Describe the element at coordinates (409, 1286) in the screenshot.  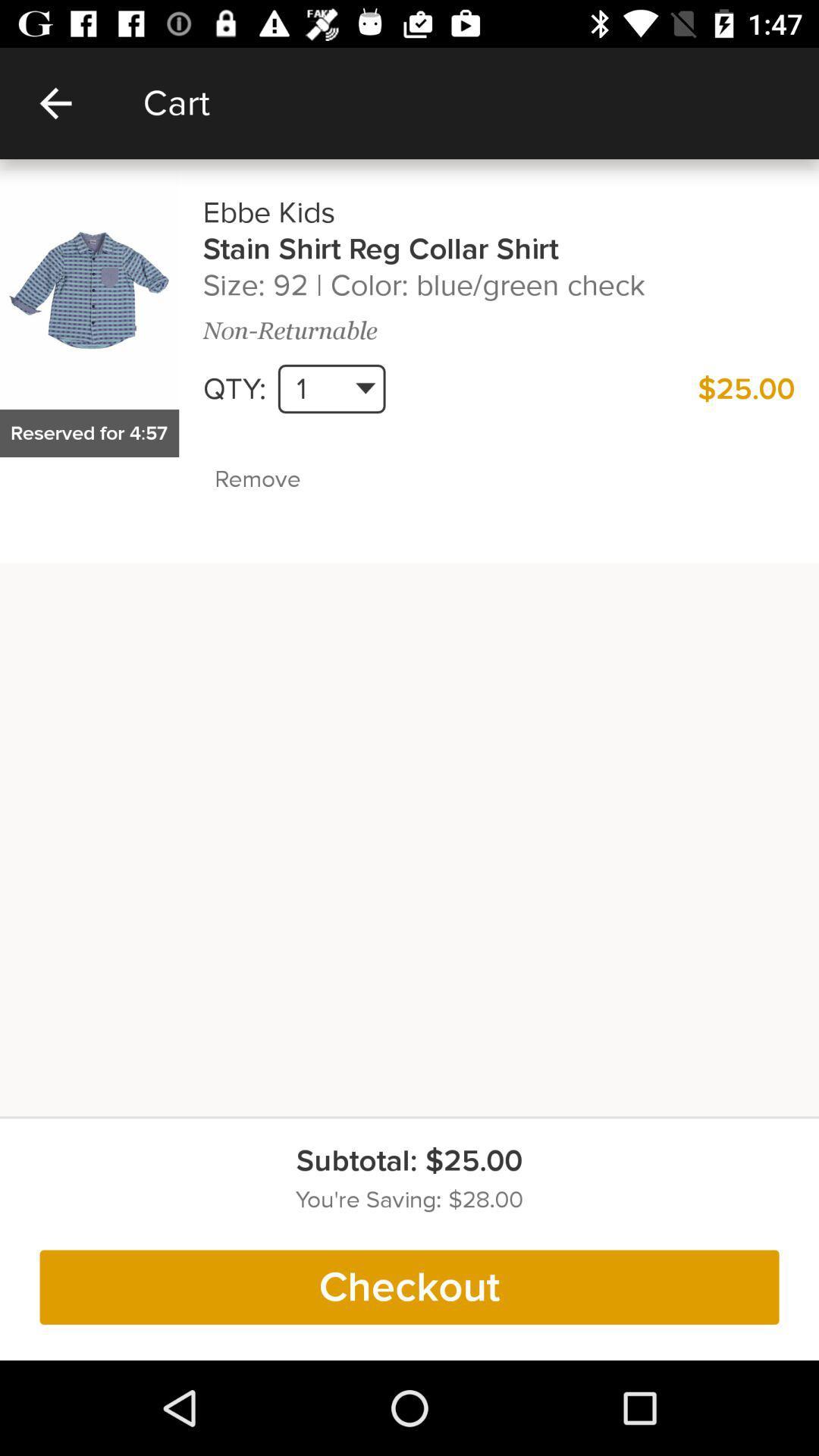
I see `the checkout item` at that location.